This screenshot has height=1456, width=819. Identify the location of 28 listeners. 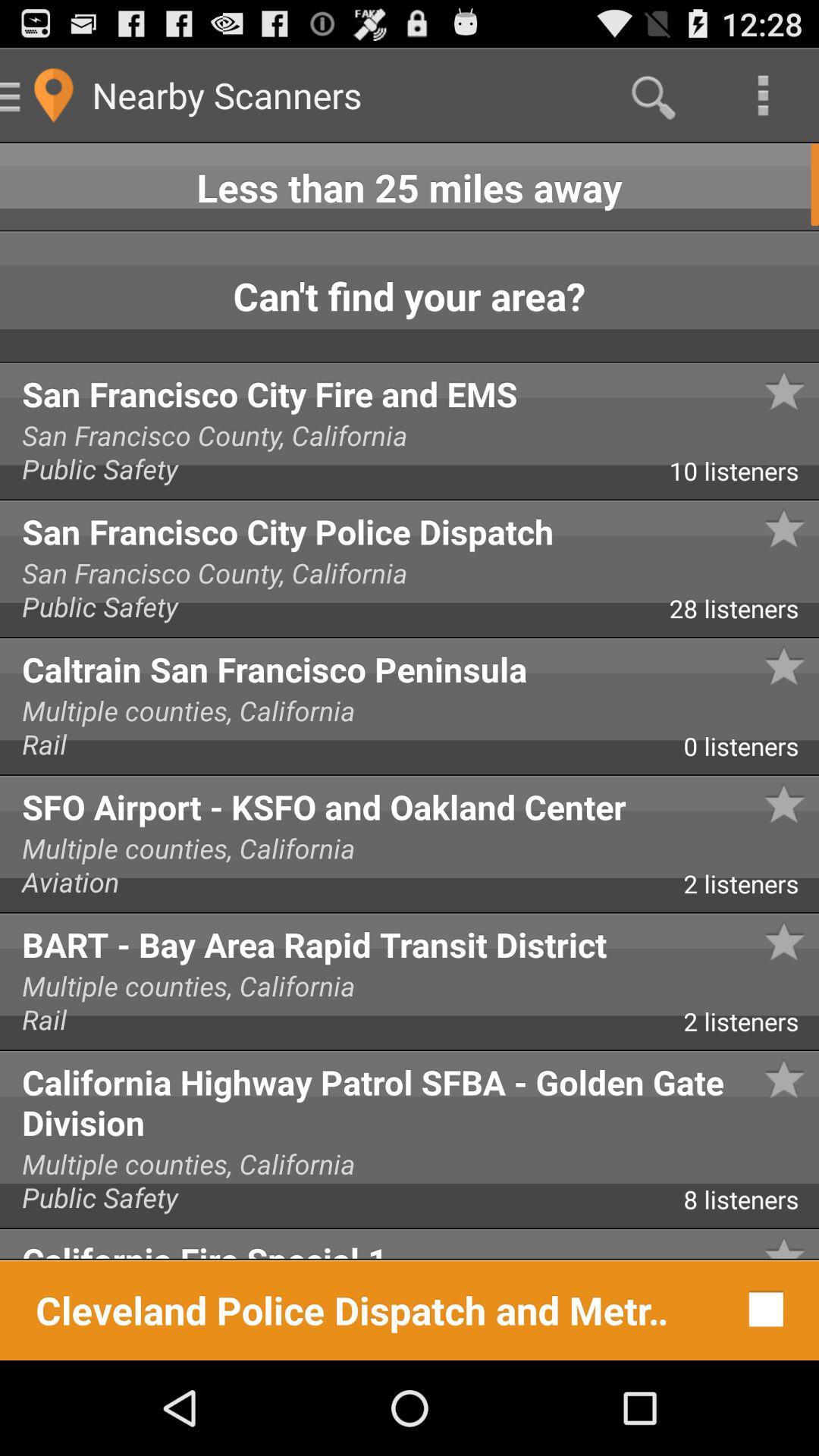
(743, 614).